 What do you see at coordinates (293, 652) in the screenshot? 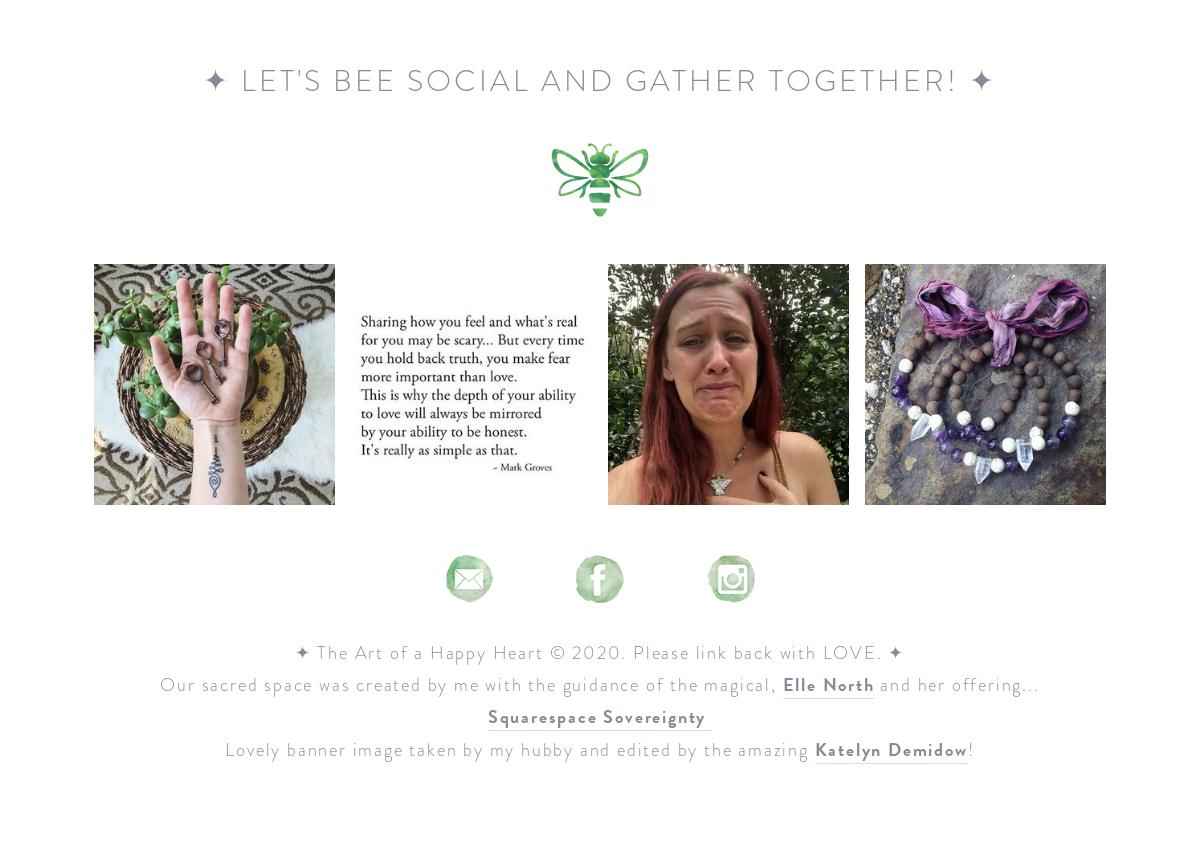
I see `'✦ The Art of a Happy Heart'` at bounding box center [293, 652].